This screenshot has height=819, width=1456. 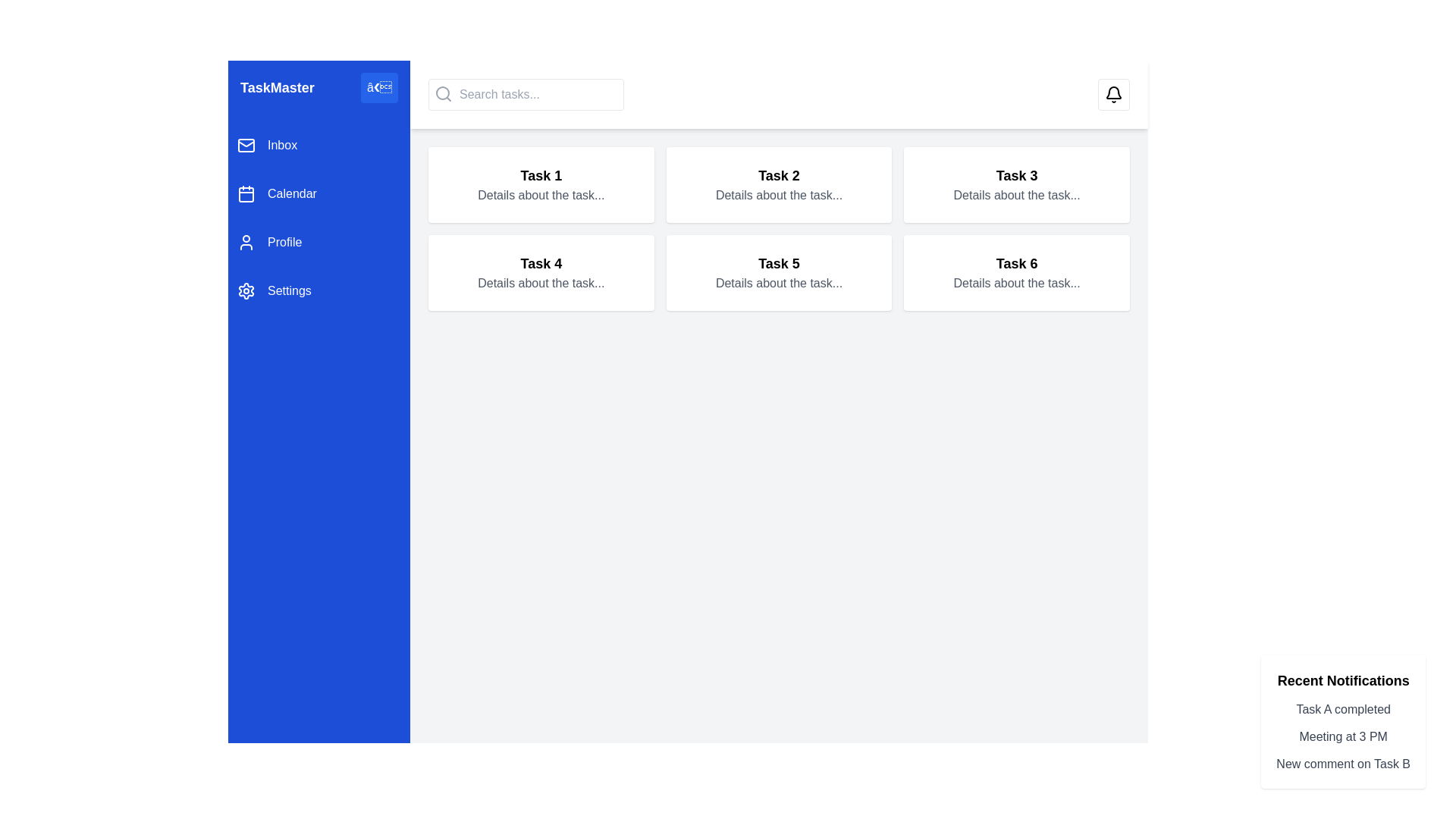 What do you see at coordinates (277, 87) in the screenshot?
I see `the 'TaskMaster' text label in the sidebar, which serves as the application's title and branding element` at bounding box center [277, 87].